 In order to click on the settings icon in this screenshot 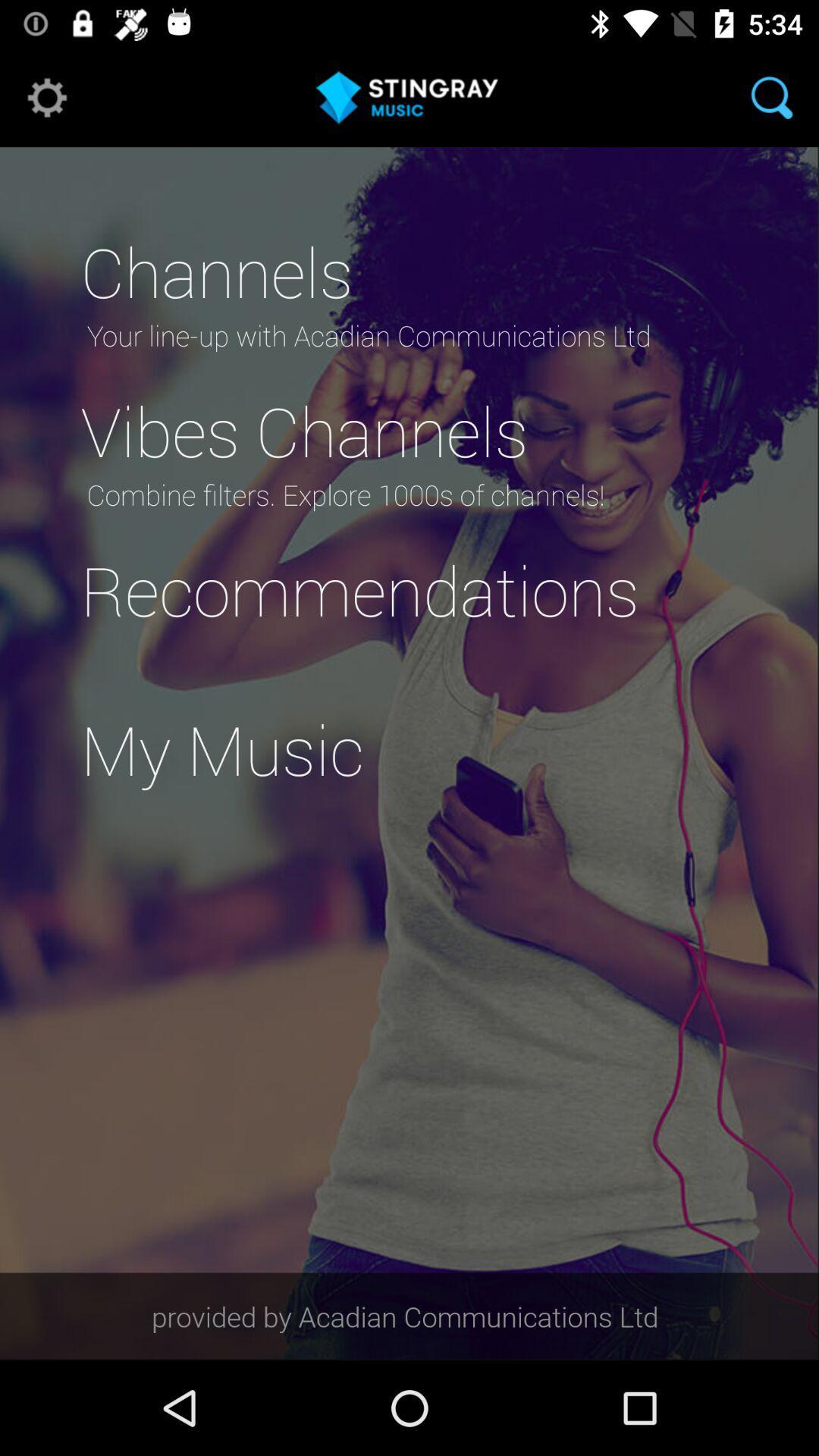, I will do `click(46, 96)`.